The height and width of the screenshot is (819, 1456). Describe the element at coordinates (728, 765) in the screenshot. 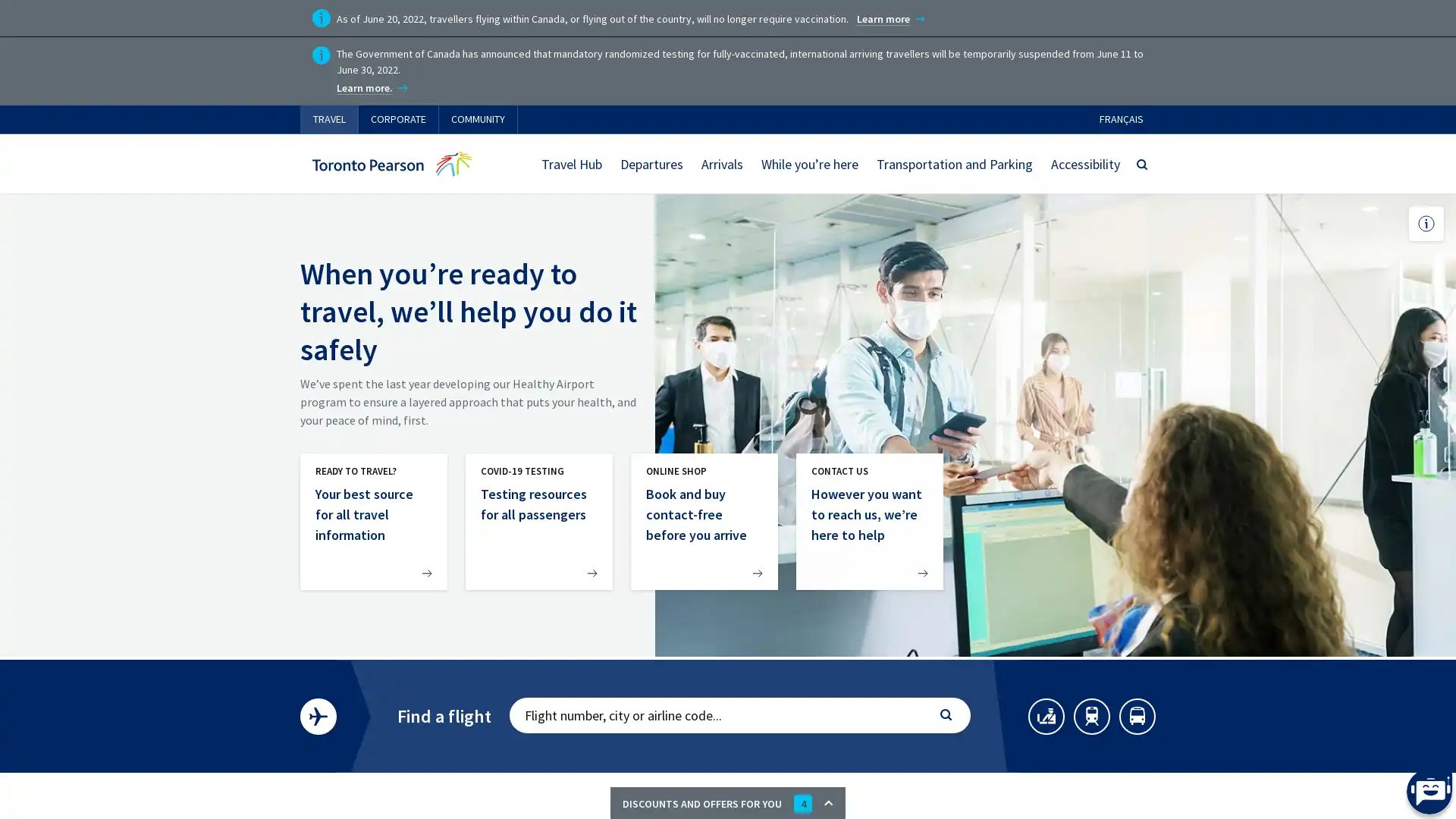

I see `CLOSE` at that location.